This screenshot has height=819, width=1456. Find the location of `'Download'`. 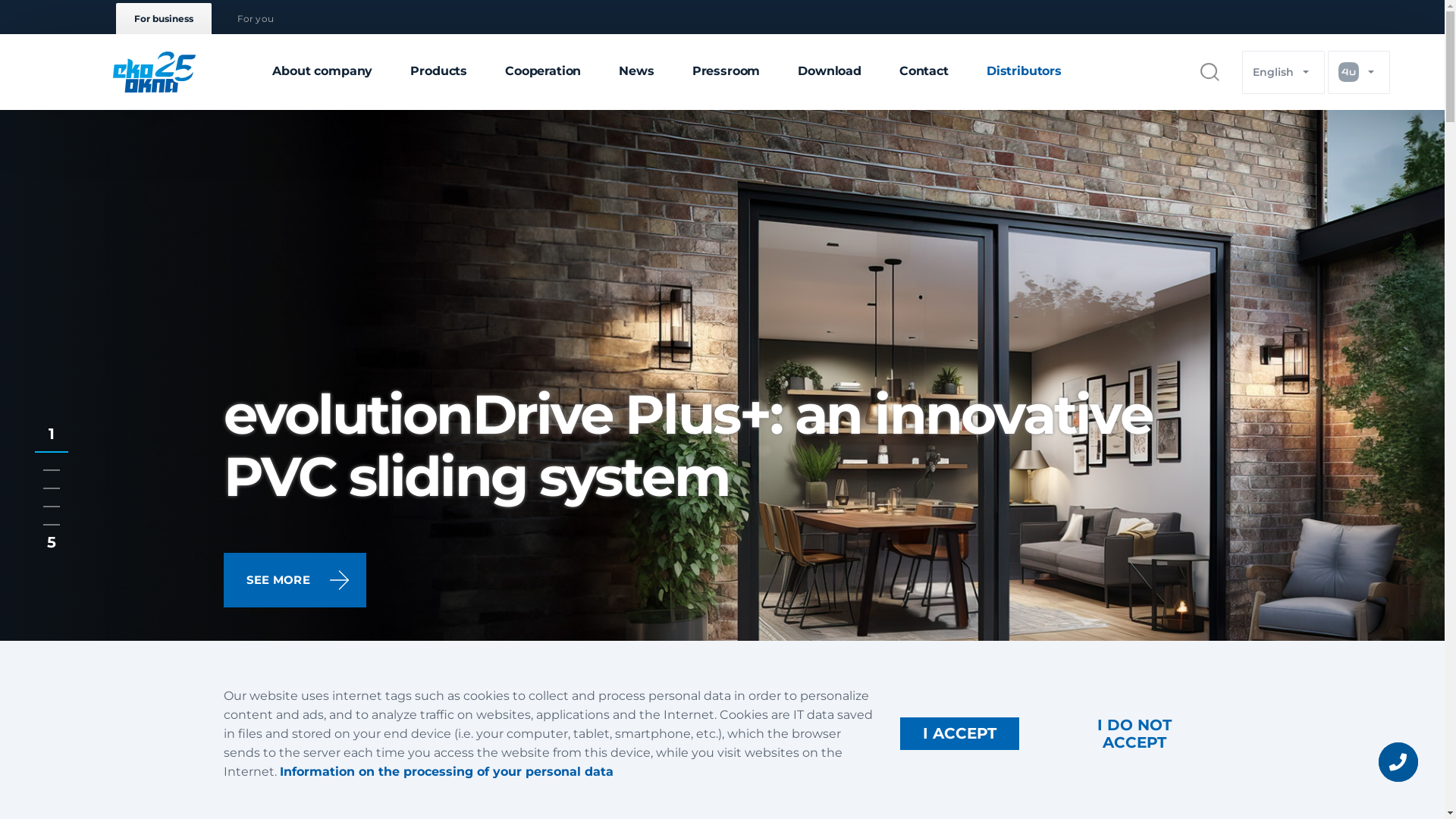

'Download' is located at coordinates (829, 72).